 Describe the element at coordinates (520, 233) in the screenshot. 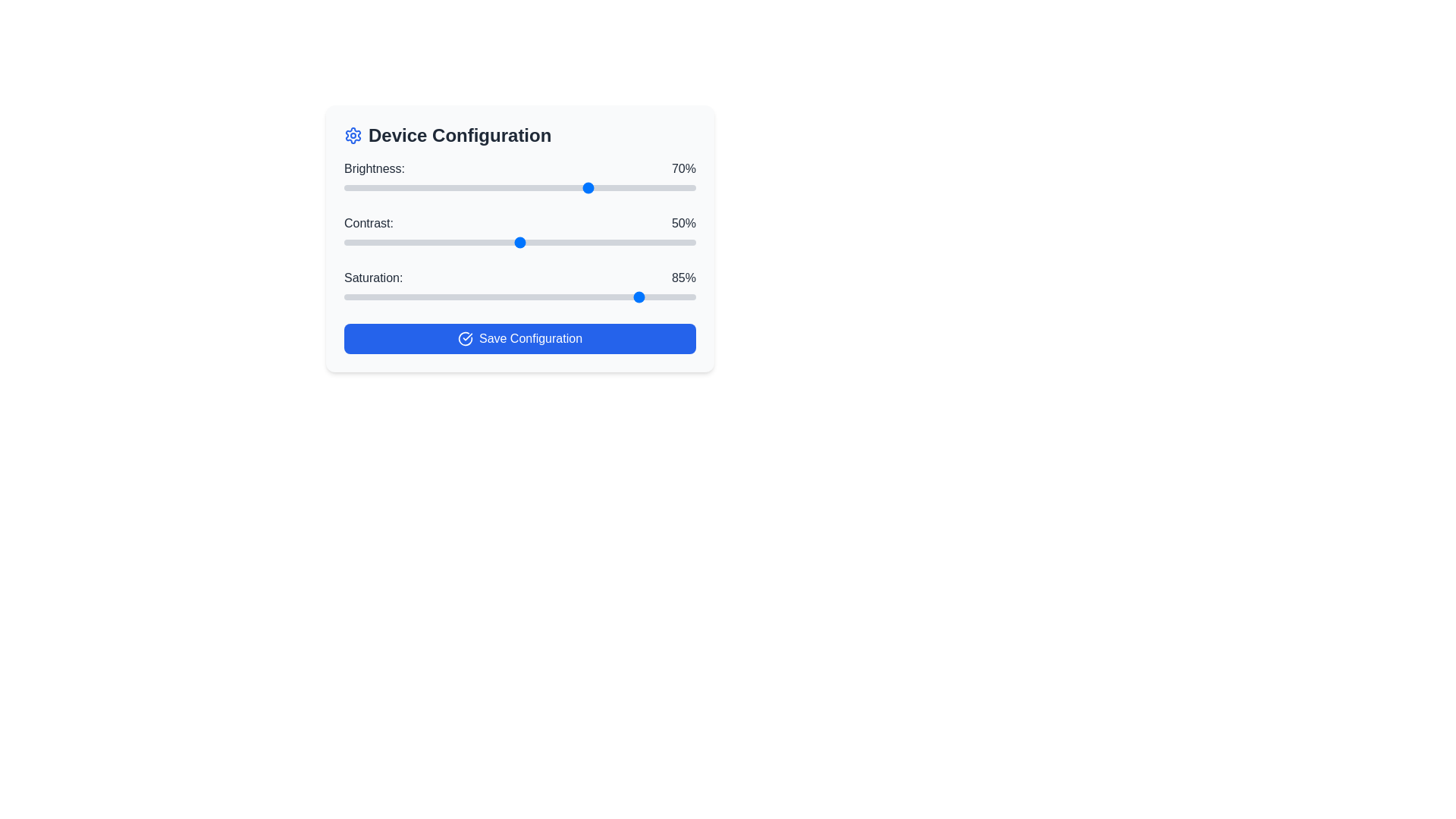

I see `the current contrast value by interacting with the Slider labeled 'Contrast: 50%' in the 'Device Configuration' section` at that location.